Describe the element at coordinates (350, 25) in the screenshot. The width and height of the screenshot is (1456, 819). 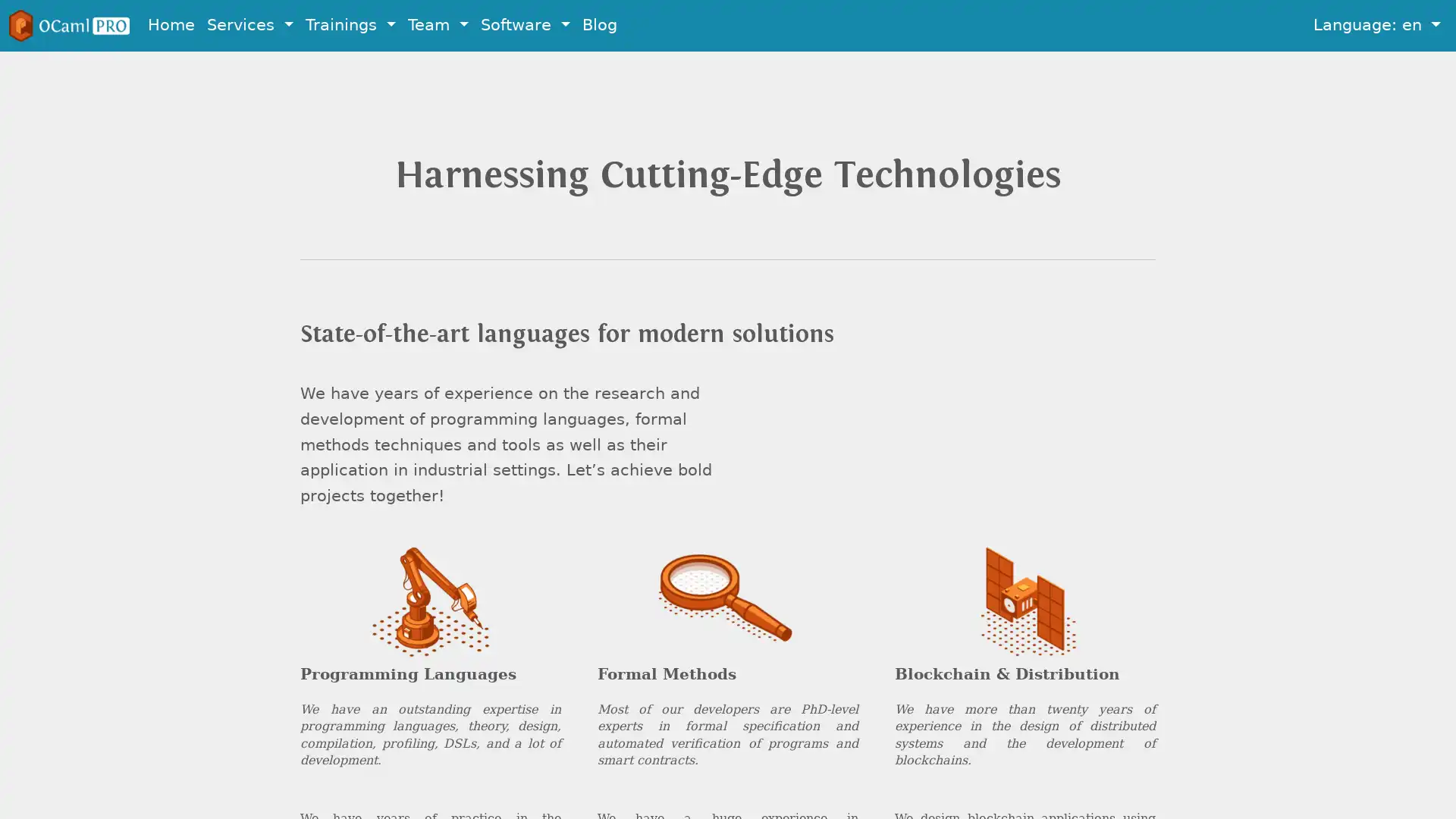
I see `Trainings` at that location.